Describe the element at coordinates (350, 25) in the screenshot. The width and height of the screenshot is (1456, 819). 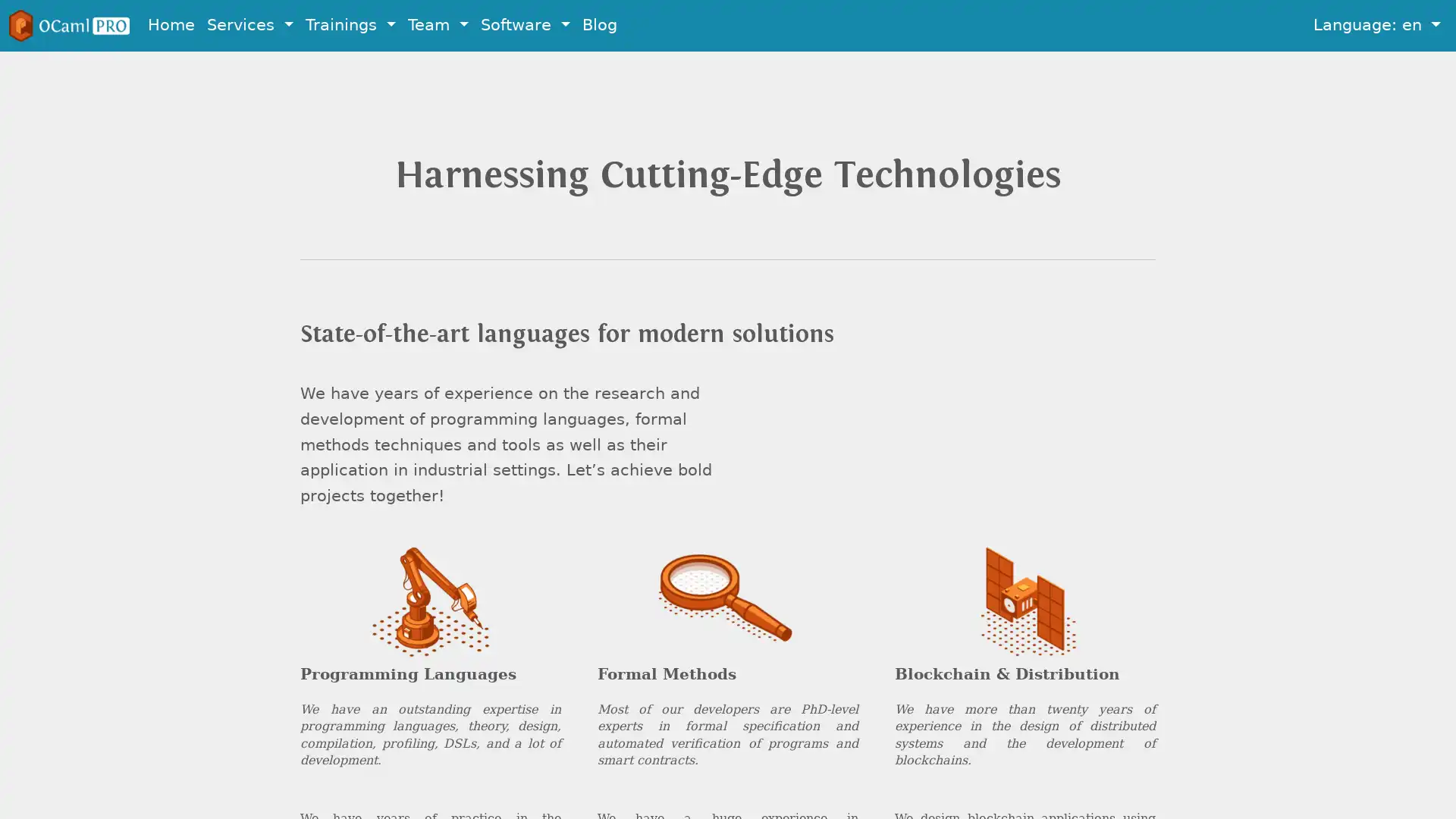
I see `Trainings` at that location.